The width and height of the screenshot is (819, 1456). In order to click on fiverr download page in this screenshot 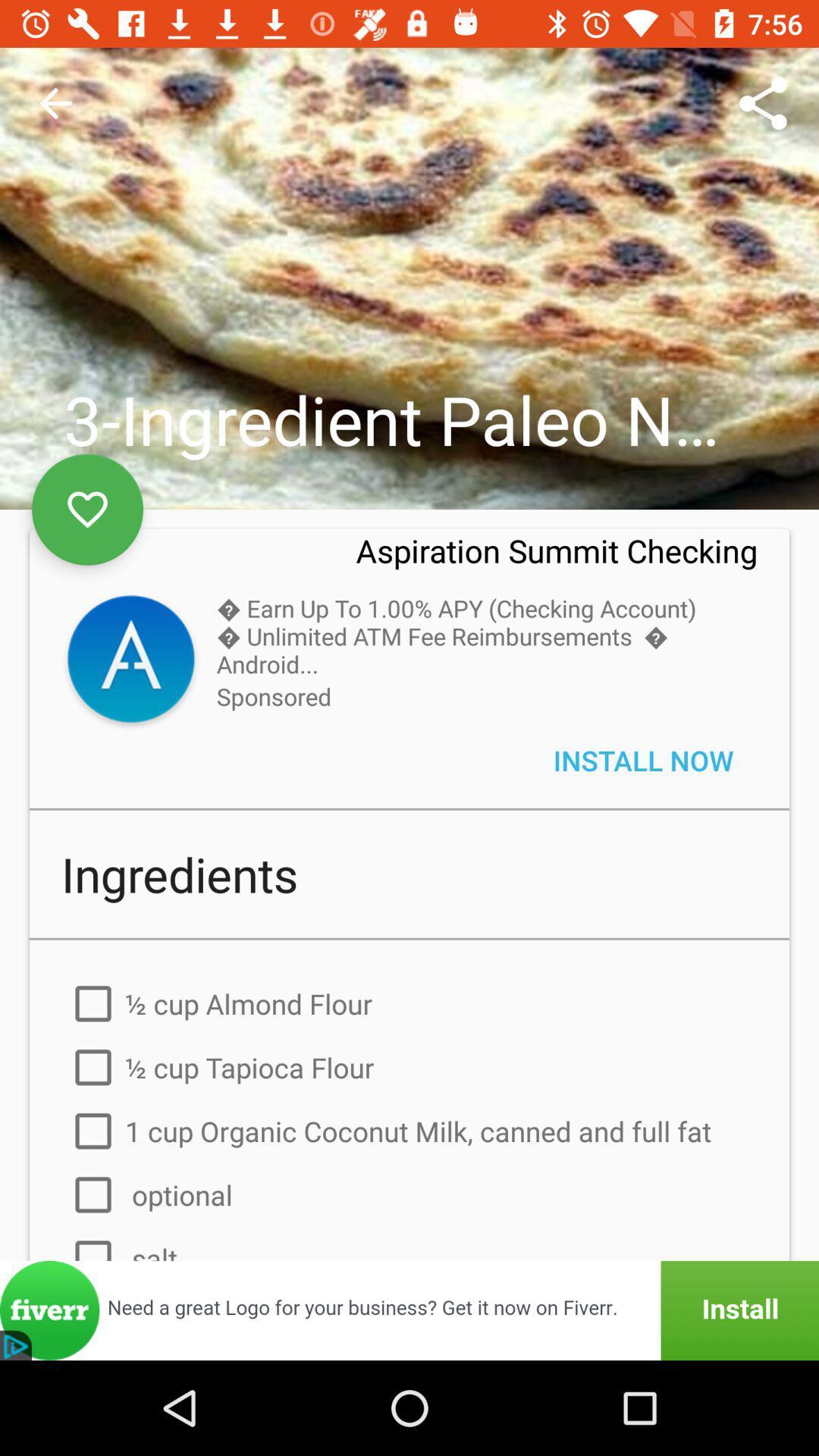, I will do `click(409, 1310)`.